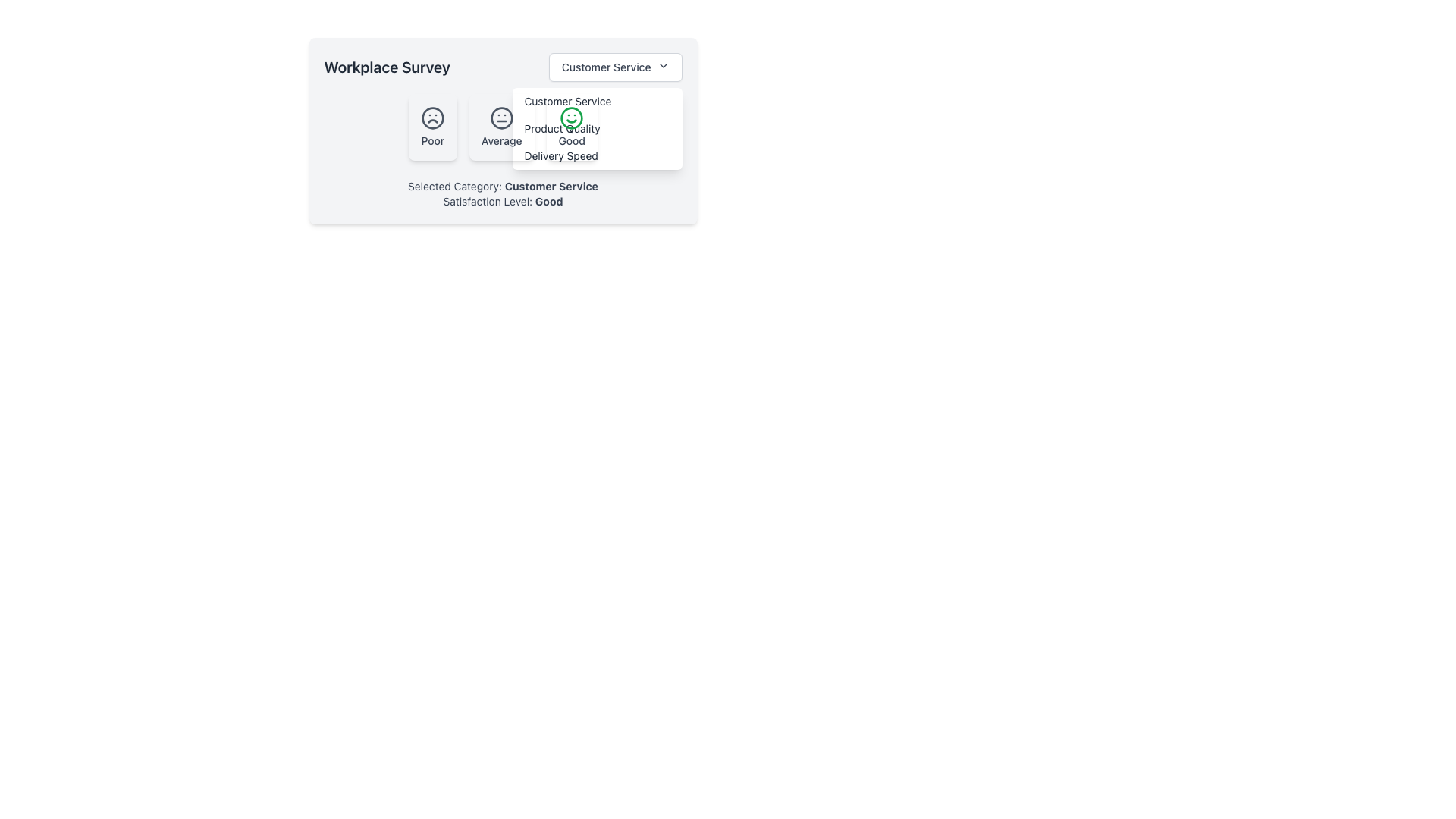 This screenshot has width=1456, height=819. What do you see at coordinates (503, 201) in the screenshot?
I see `text label that states 'Satisfaction Level: Good', which is styled in gray and centered below 'Selected Category: Customer Service'` at bounding box center [503, 201].